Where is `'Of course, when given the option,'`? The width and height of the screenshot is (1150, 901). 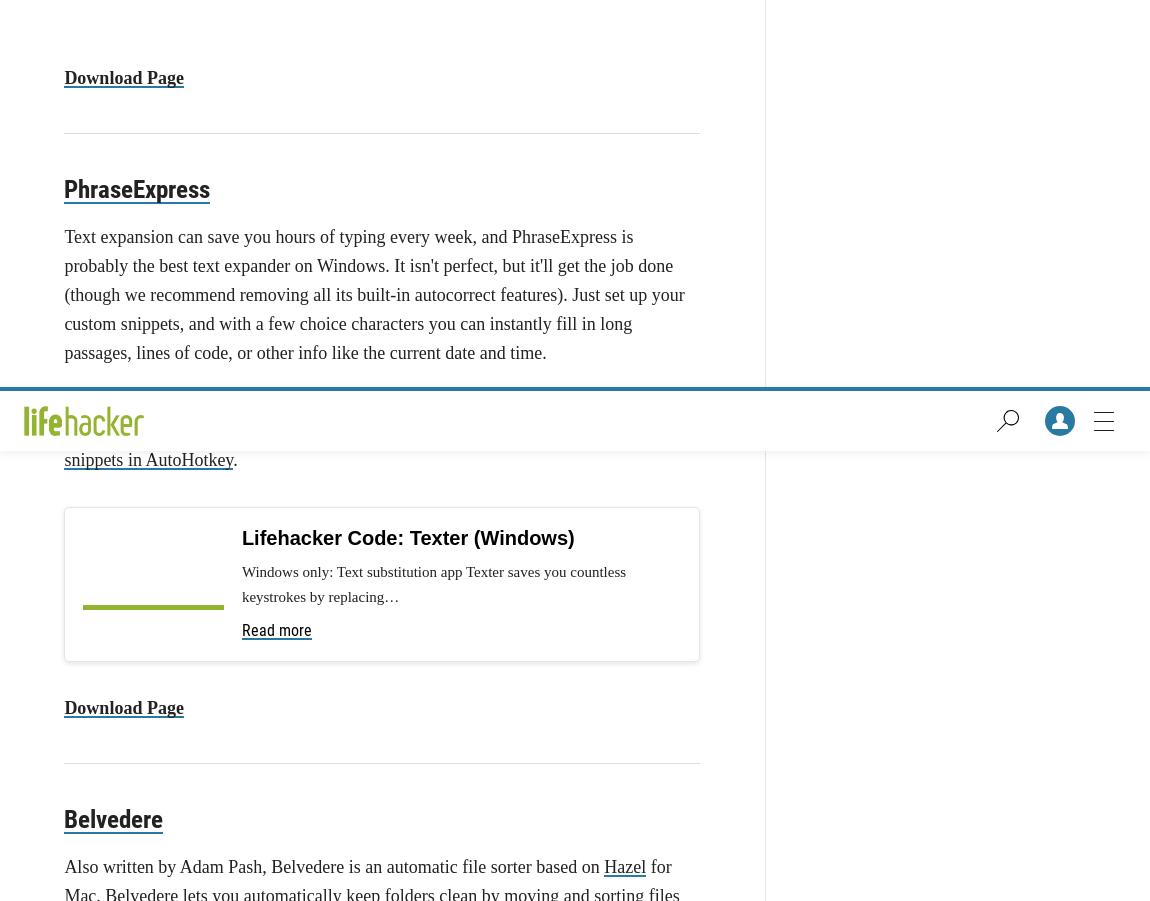
'Of course, when given the option,' is located at coordinates (187, 640).